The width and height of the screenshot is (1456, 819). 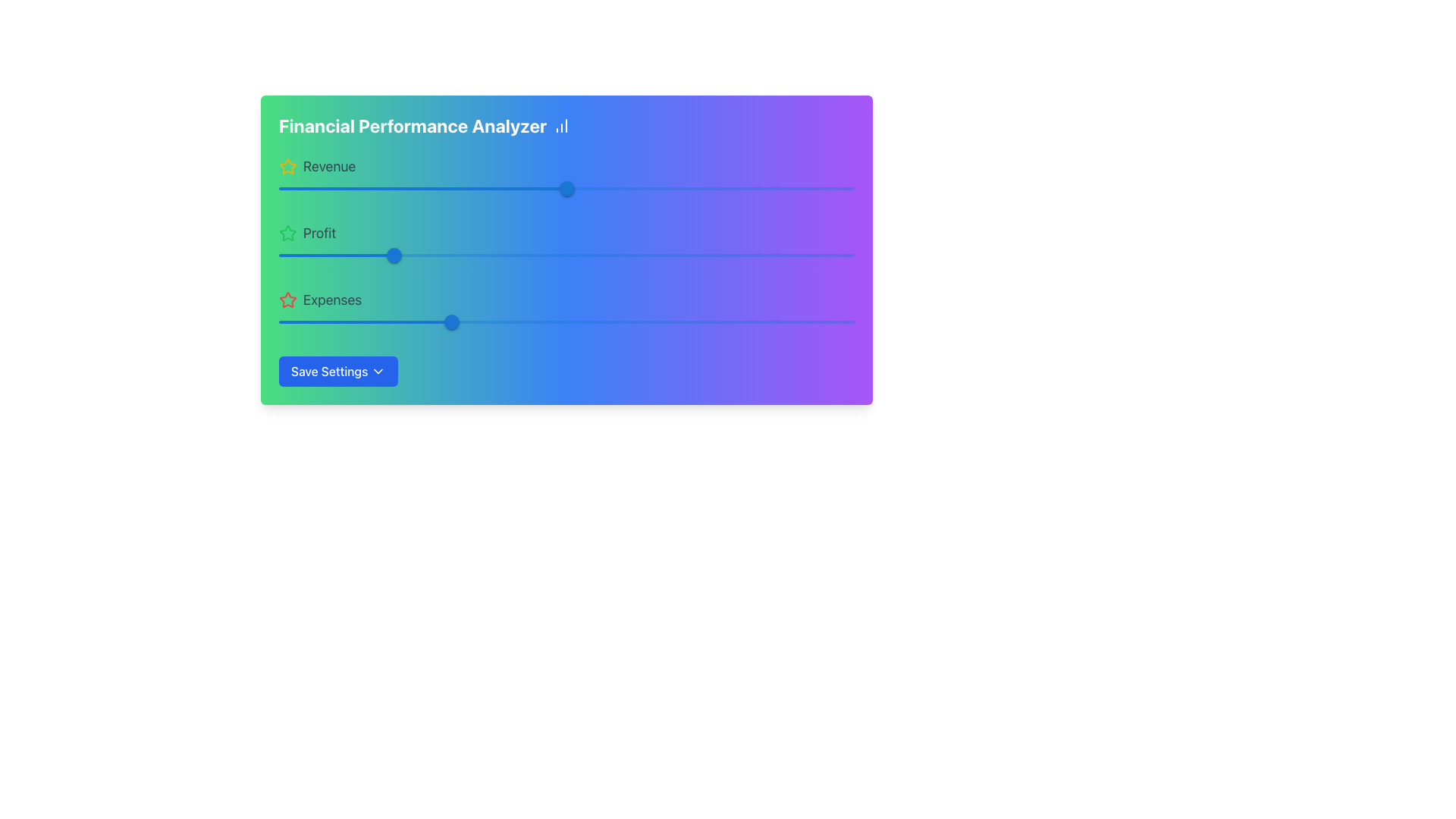 I want to click on slider value, so click(x=386, y=254).